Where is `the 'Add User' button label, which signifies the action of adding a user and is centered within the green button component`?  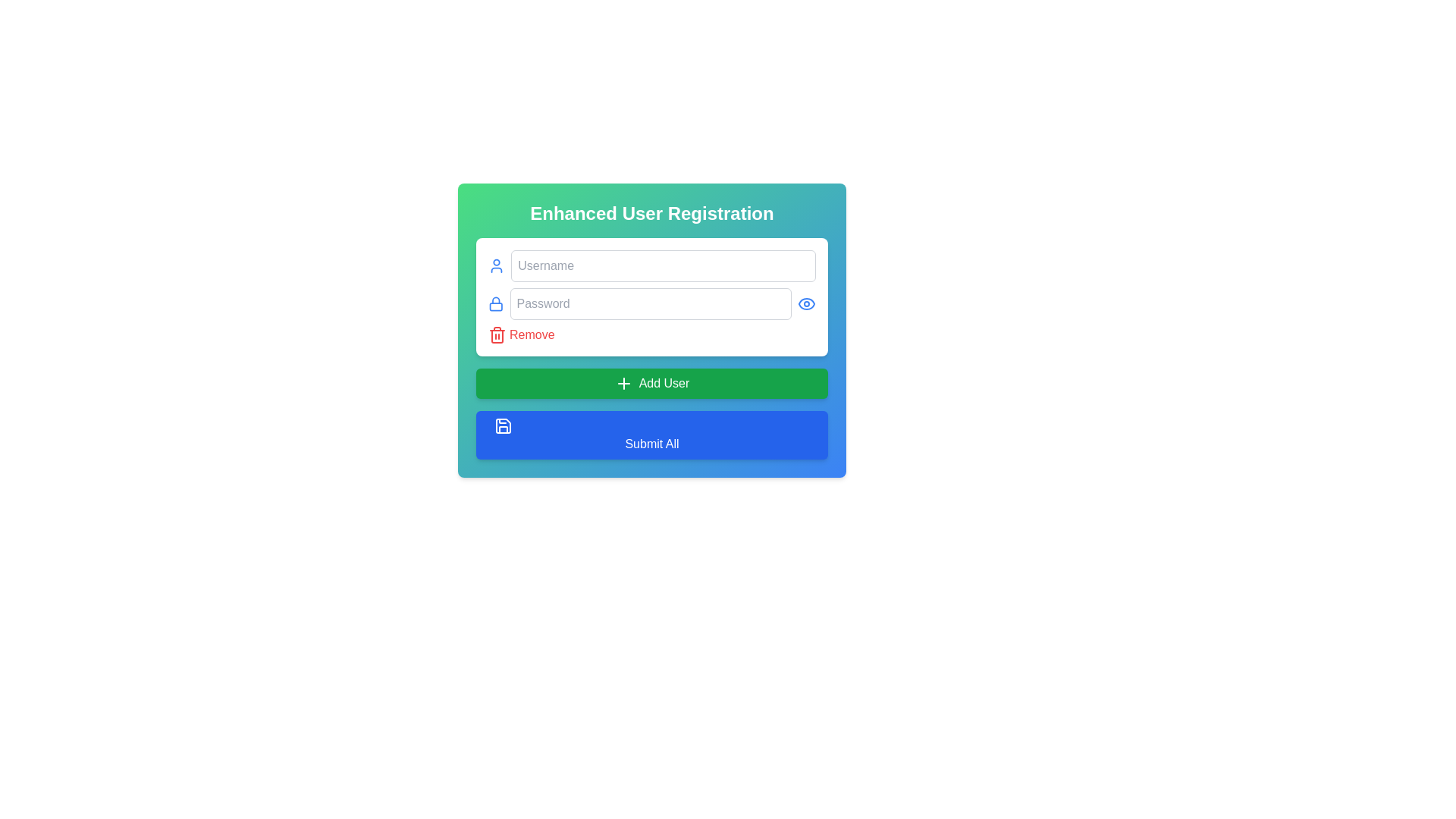
the 'Add User' button label, which signifies the action of adding a user and is centered within the green button component is located at coordinates (664, 382).